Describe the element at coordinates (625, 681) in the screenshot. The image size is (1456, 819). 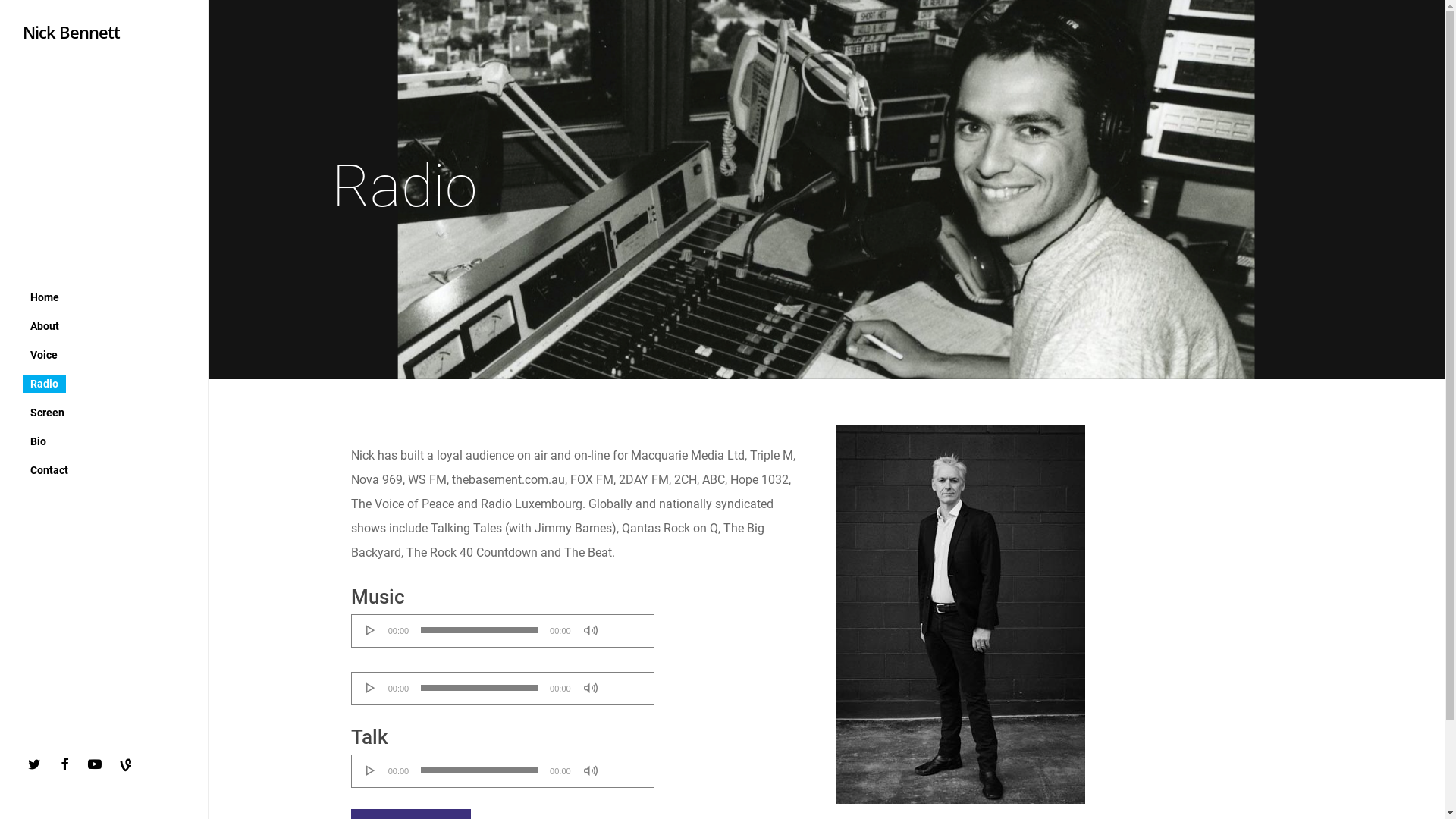
I see `'Use Up/Down Arrow keys to increase or decrease volume.'` at that location.